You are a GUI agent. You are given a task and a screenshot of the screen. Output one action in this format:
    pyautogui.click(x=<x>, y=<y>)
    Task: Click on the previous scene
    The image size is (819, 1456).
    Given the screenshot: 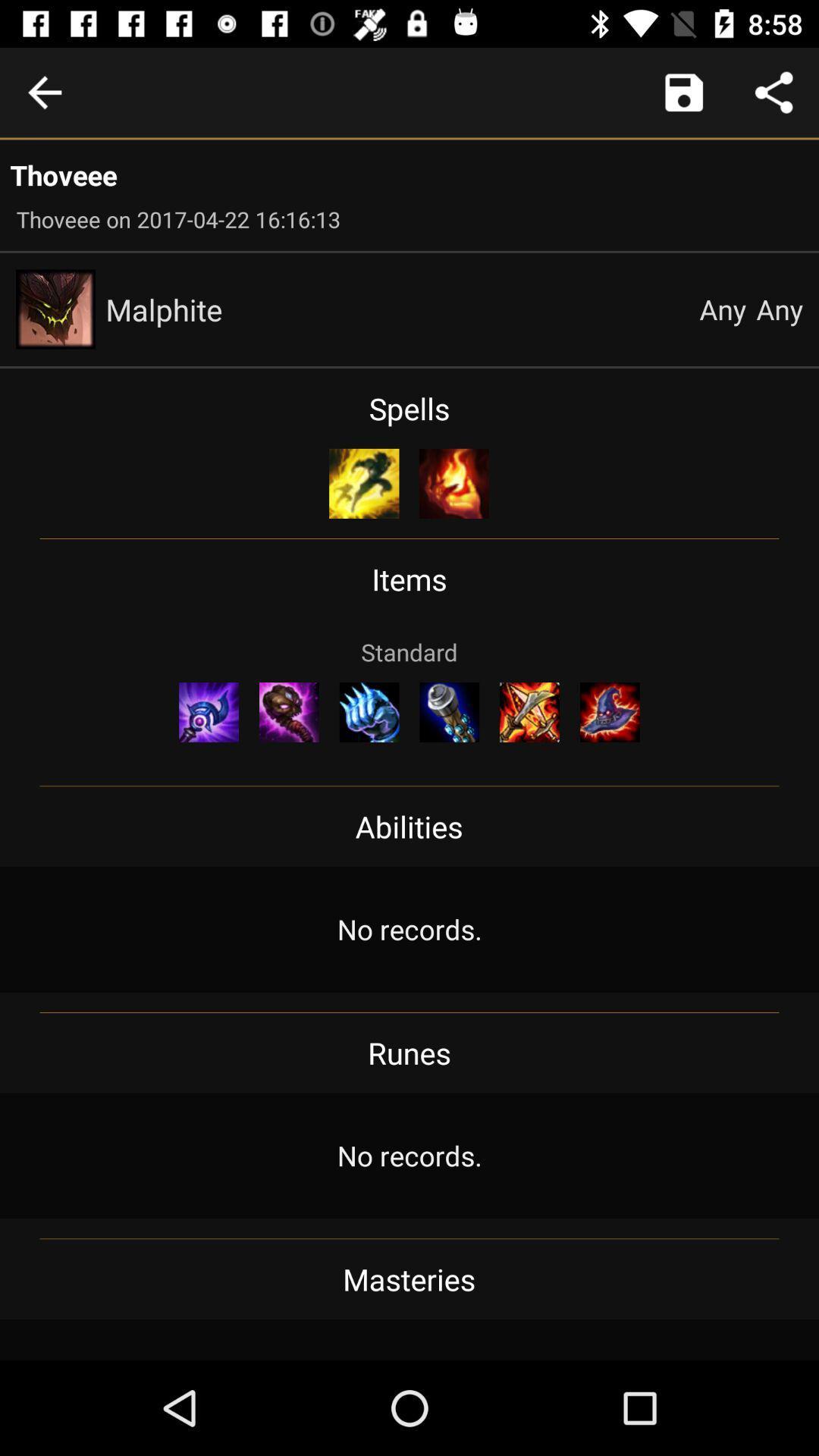 What is the action you would take?
    pyautogui.click(x=44, y=92)
    